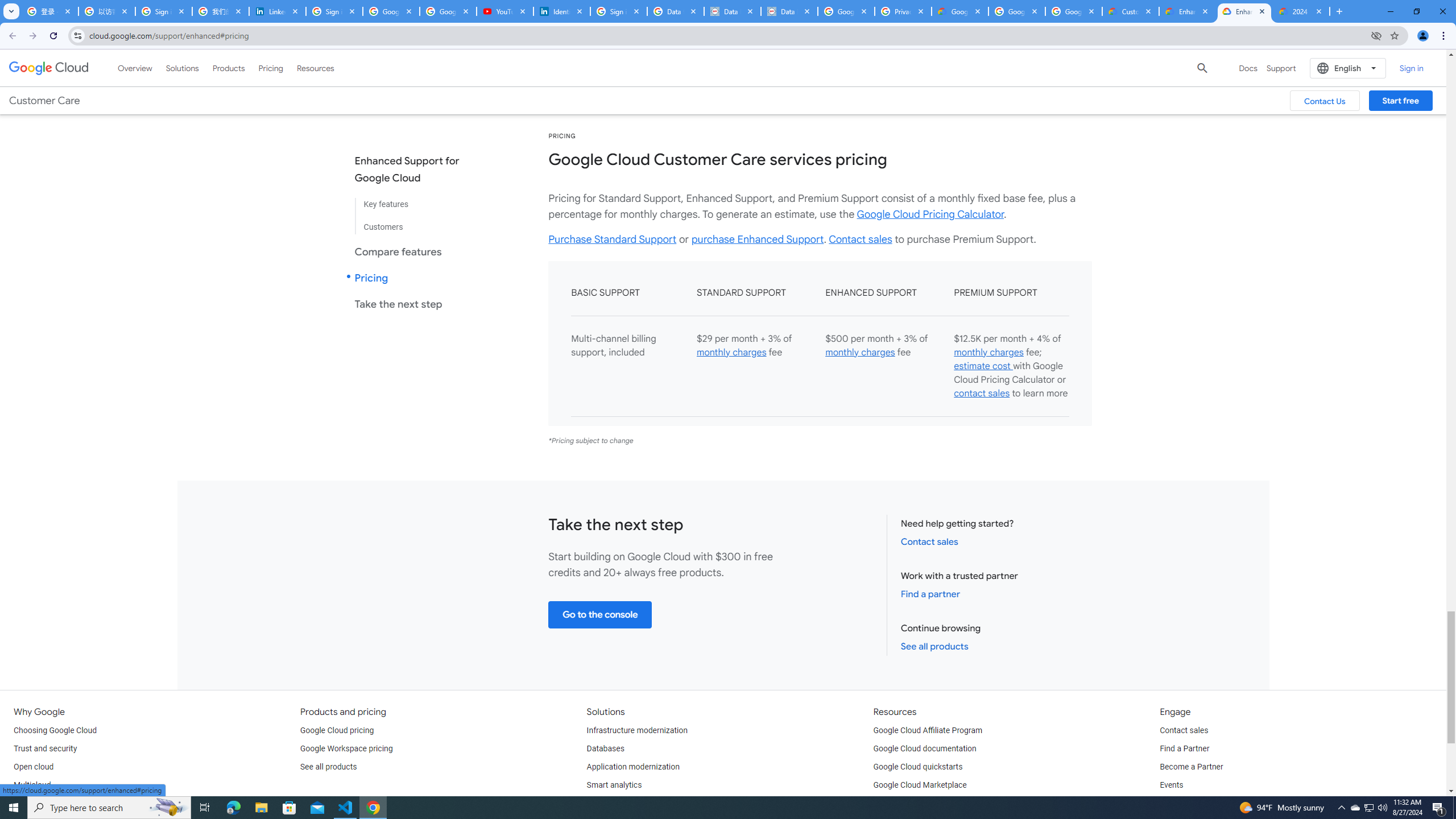 The image size is (1456, 819). I want to click on 'Multicloud', so click(32, 784).